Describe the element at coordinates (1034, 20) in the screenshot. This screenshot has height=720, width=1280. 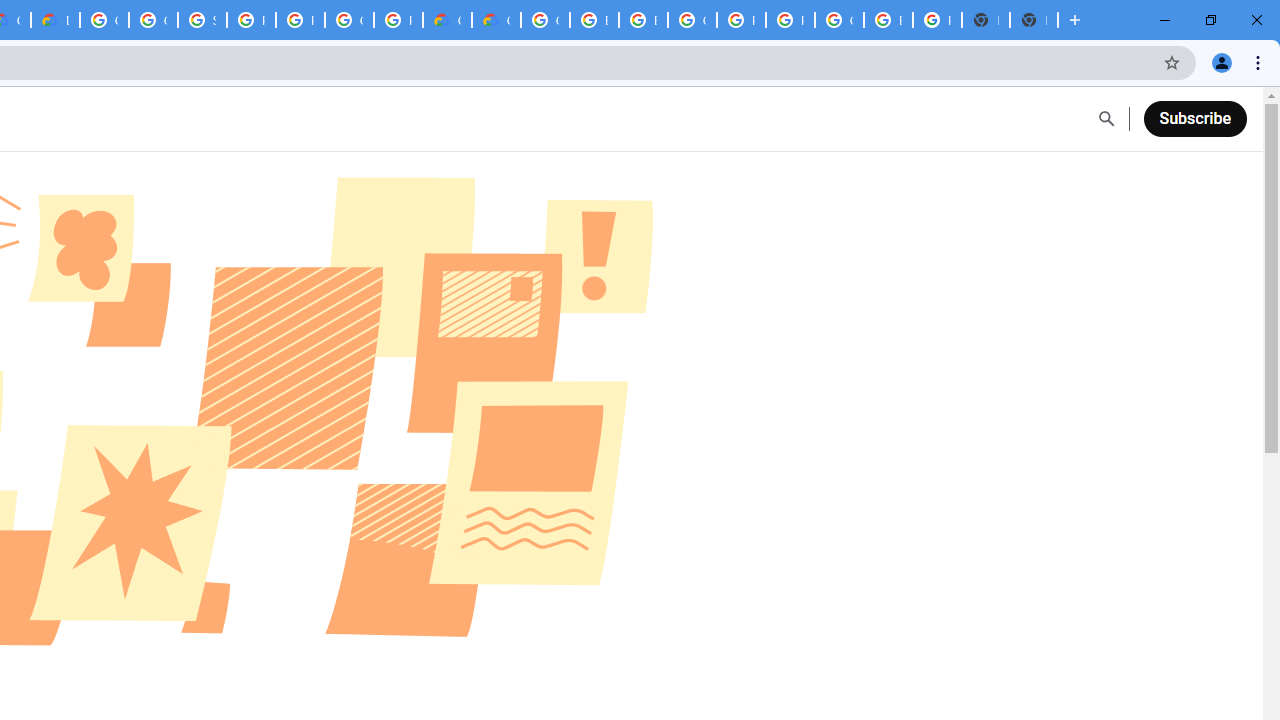
I see `'New Tab'` at that location.